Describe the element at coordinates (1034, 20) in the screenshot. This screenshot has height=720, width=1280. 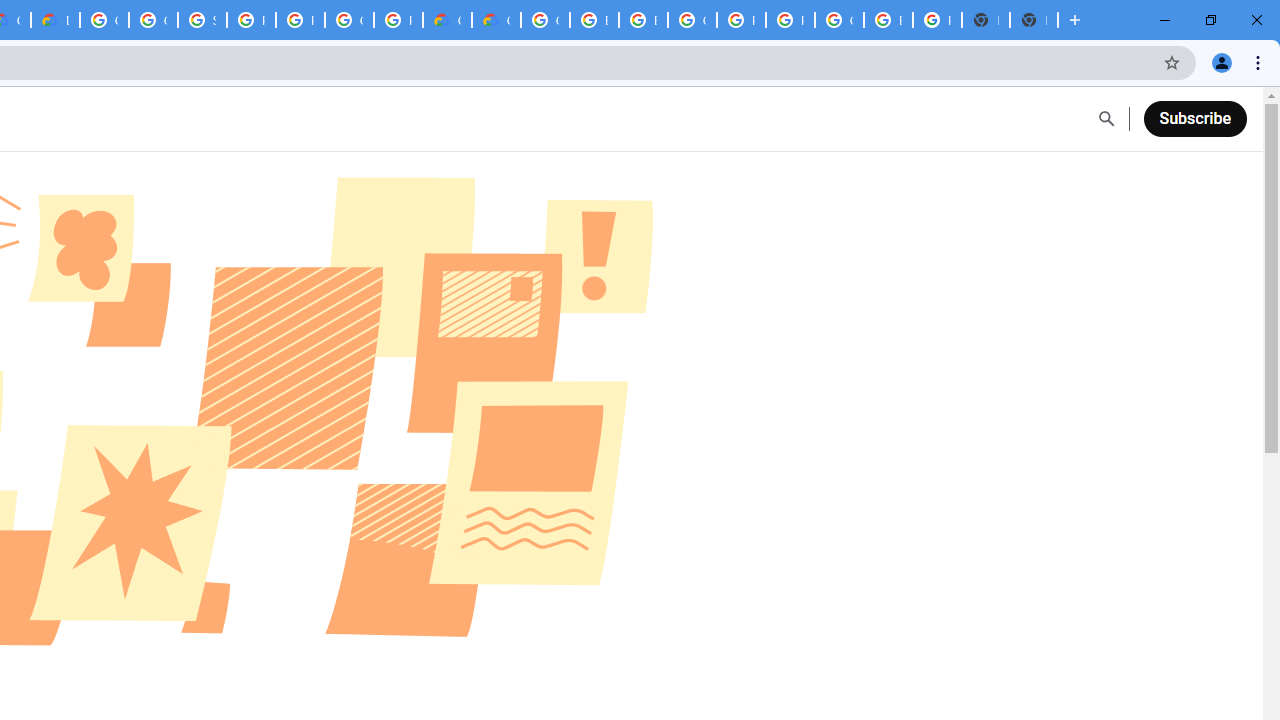
I see `'New Tab'` at that location.